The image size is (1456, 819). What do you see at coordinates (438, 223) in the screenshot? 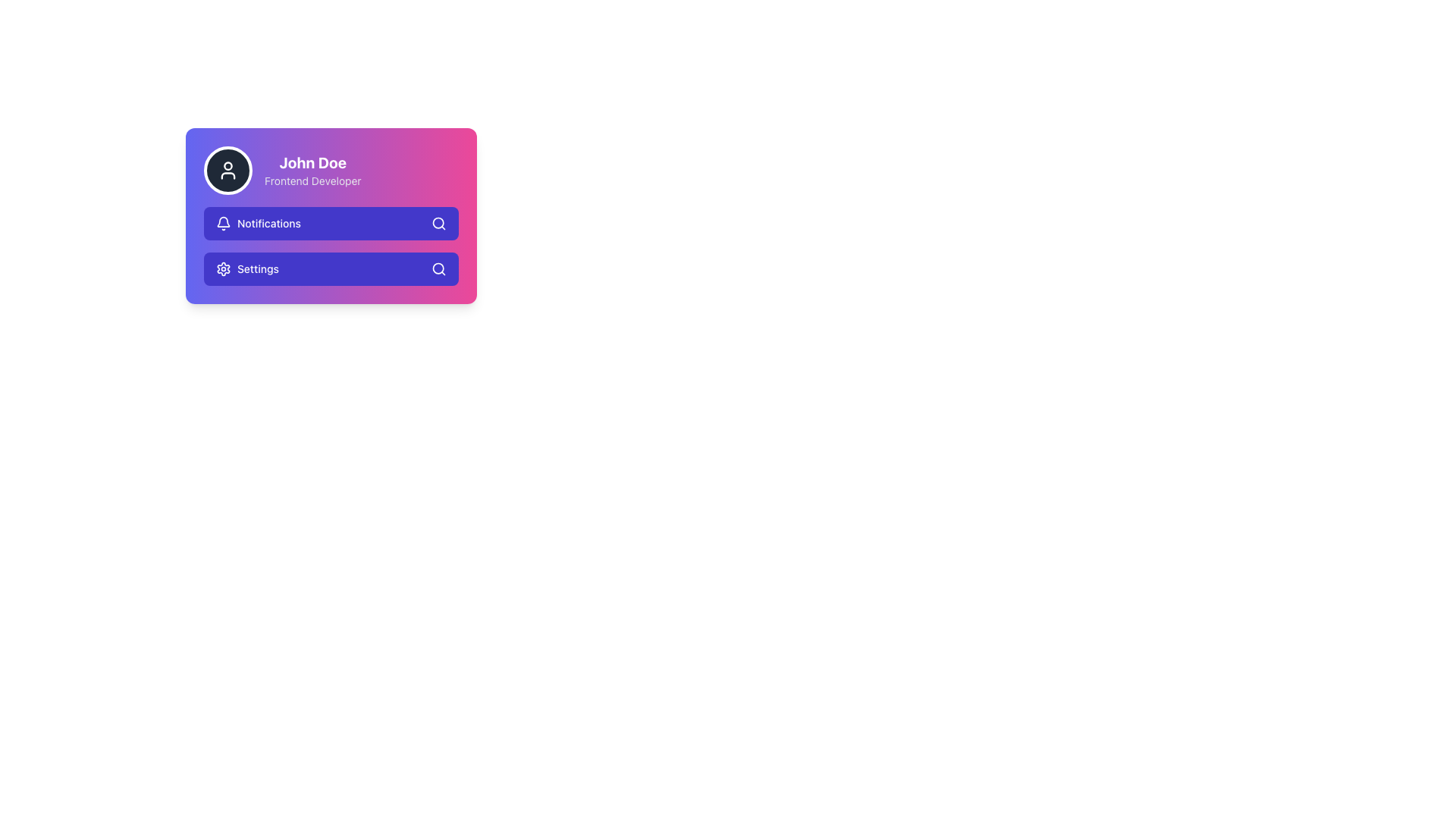
I see `the circular SVG element located near the top-right corner of the second blue rectangular button labeled 'Notifications'` at bounding box center [438, 223].